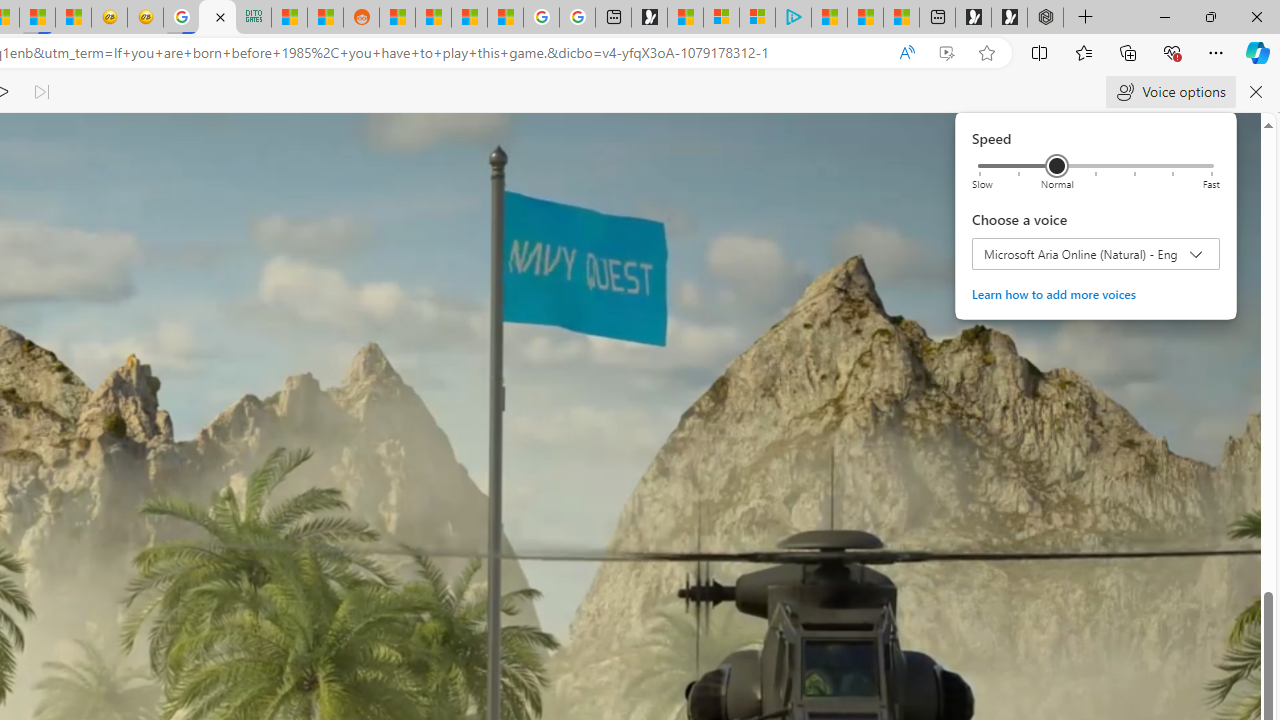 The height and width of the screenshot is (720, 1280). Describe the element at coordinates (288, 17) in the screenshot. I see `'MSNBC - MSN'` at that location.